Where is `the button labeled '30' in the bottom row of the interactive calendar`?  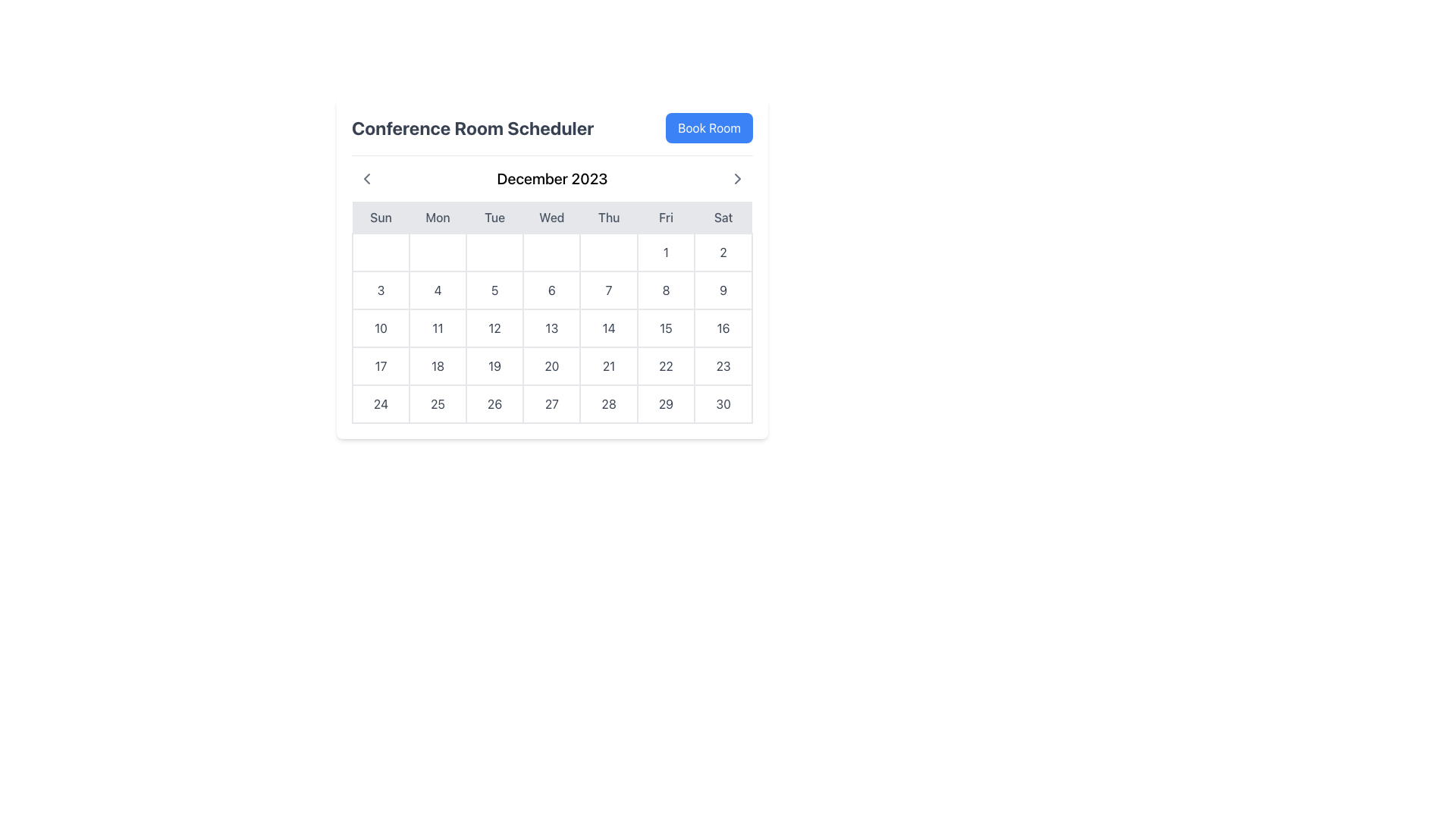 the button labeled '30' in the bottom row of the interactive calendar is located at coordinates (723, 403).